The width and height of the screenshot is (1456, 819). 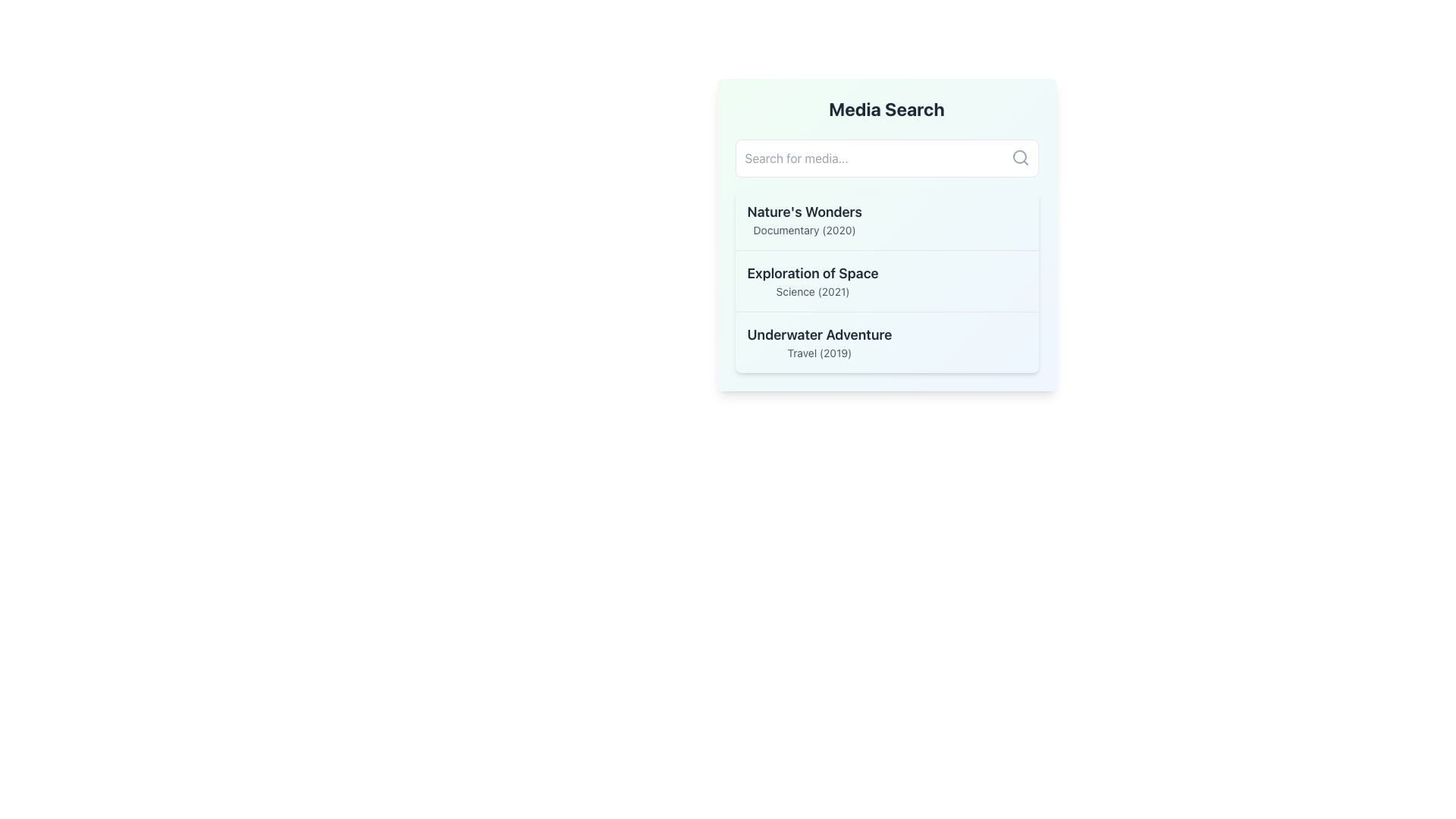 What do you see at coordinates (818, 353) in the screenshot?
I see `text element displaying 'Travel (2019)' which is positioned below the title 'Underwater Adventure' in the media listing interface` at bounding box center [818, 353].